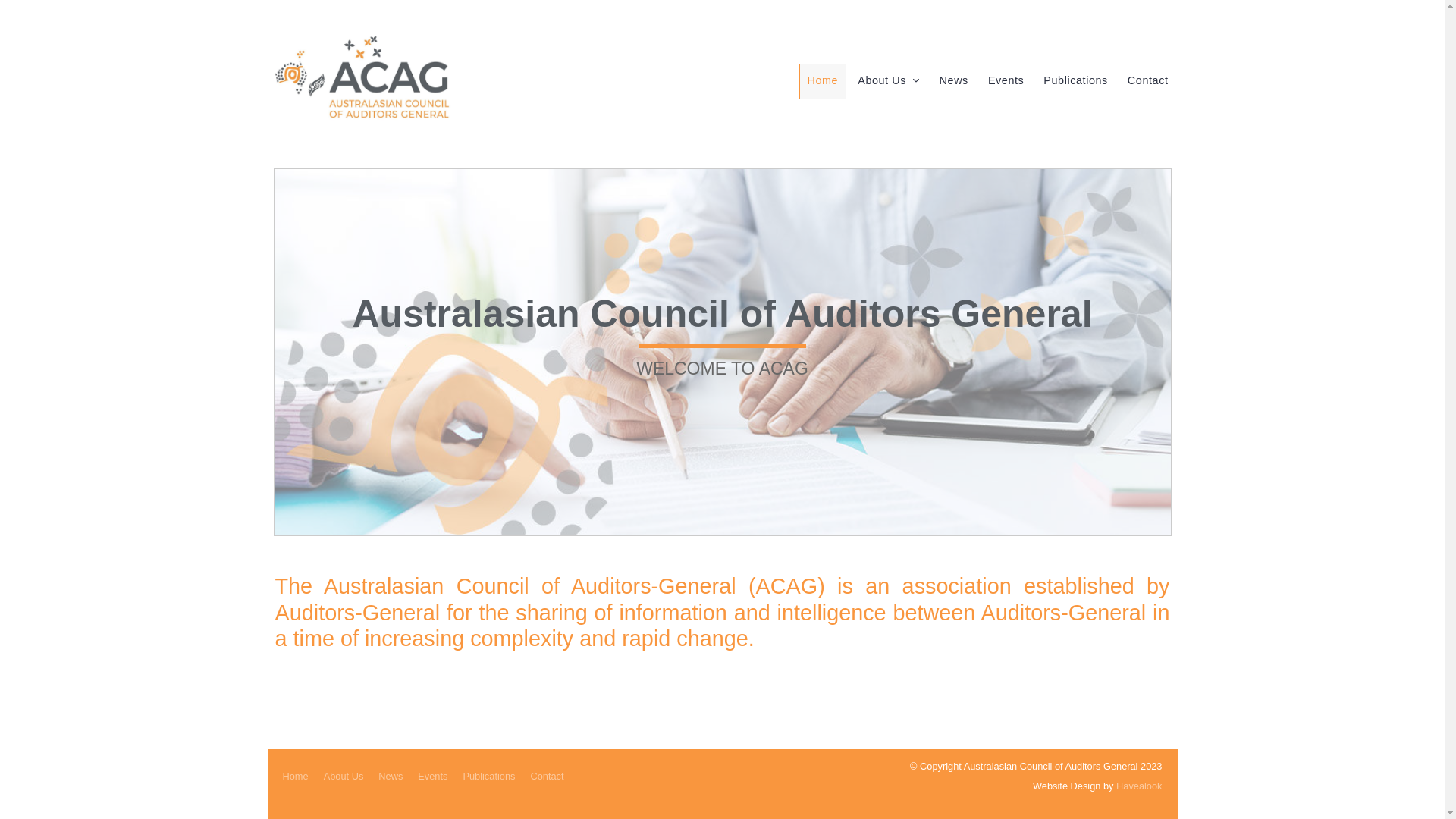  Describe the element at coordinates (1139, 785) in the screenshot. I see `'Havealook'` at that location.